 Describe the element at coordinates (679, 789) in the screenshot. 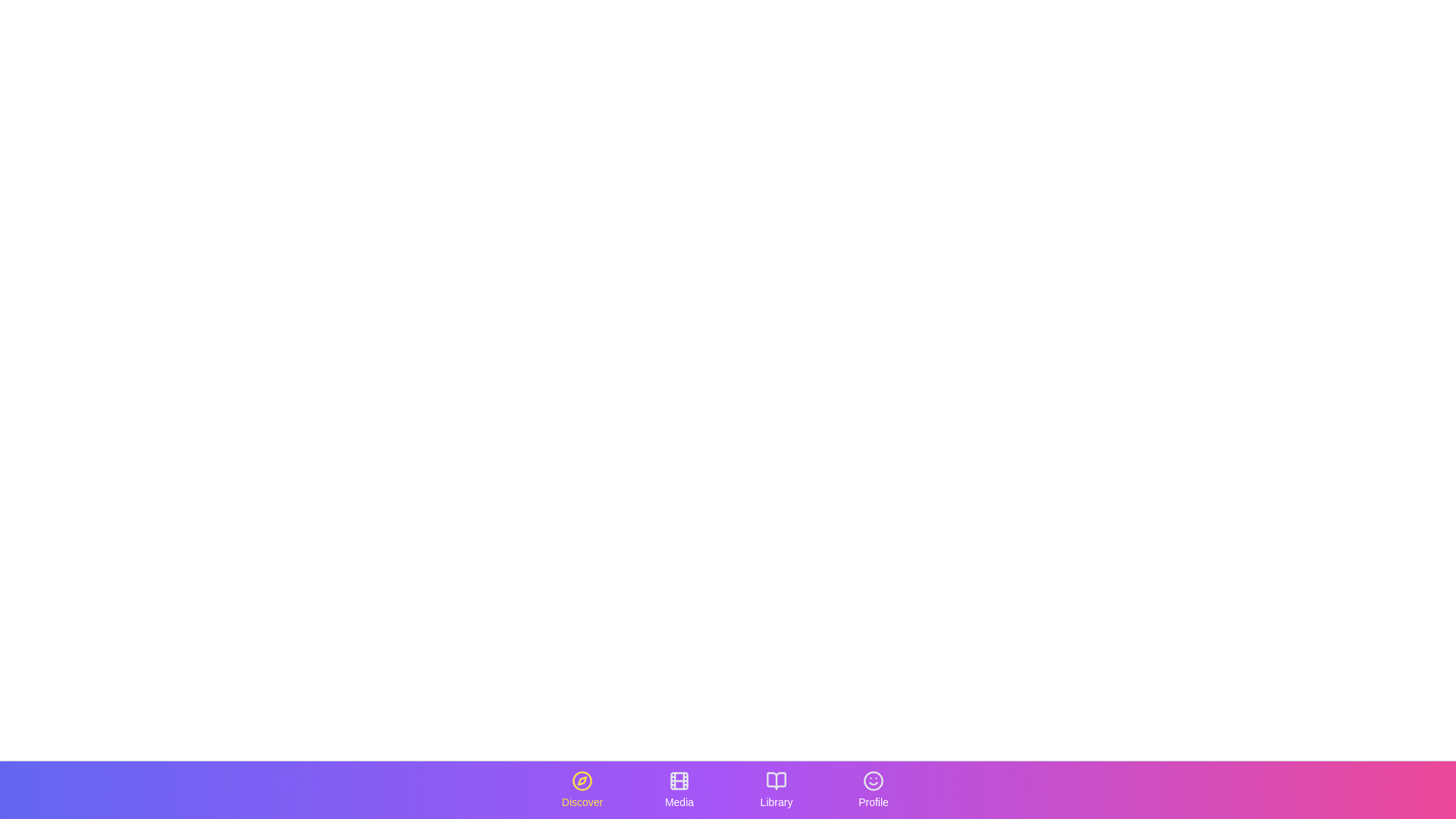

I see `the tab labeled Media to observe the hover animation effect` at that location.